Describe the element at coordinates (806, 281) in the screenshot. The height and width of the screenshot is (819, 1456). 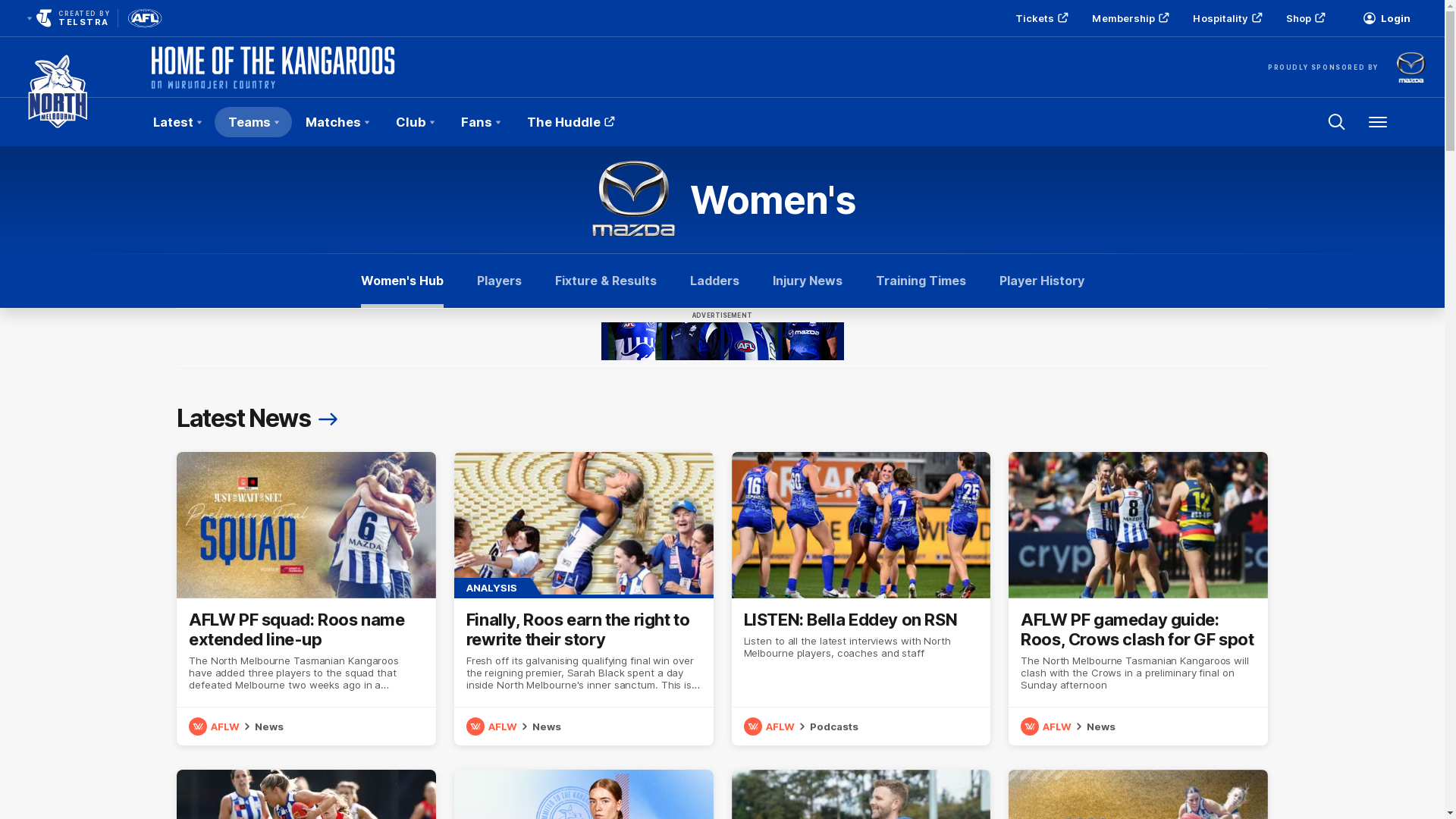
I see `'Injury News'` at that location.